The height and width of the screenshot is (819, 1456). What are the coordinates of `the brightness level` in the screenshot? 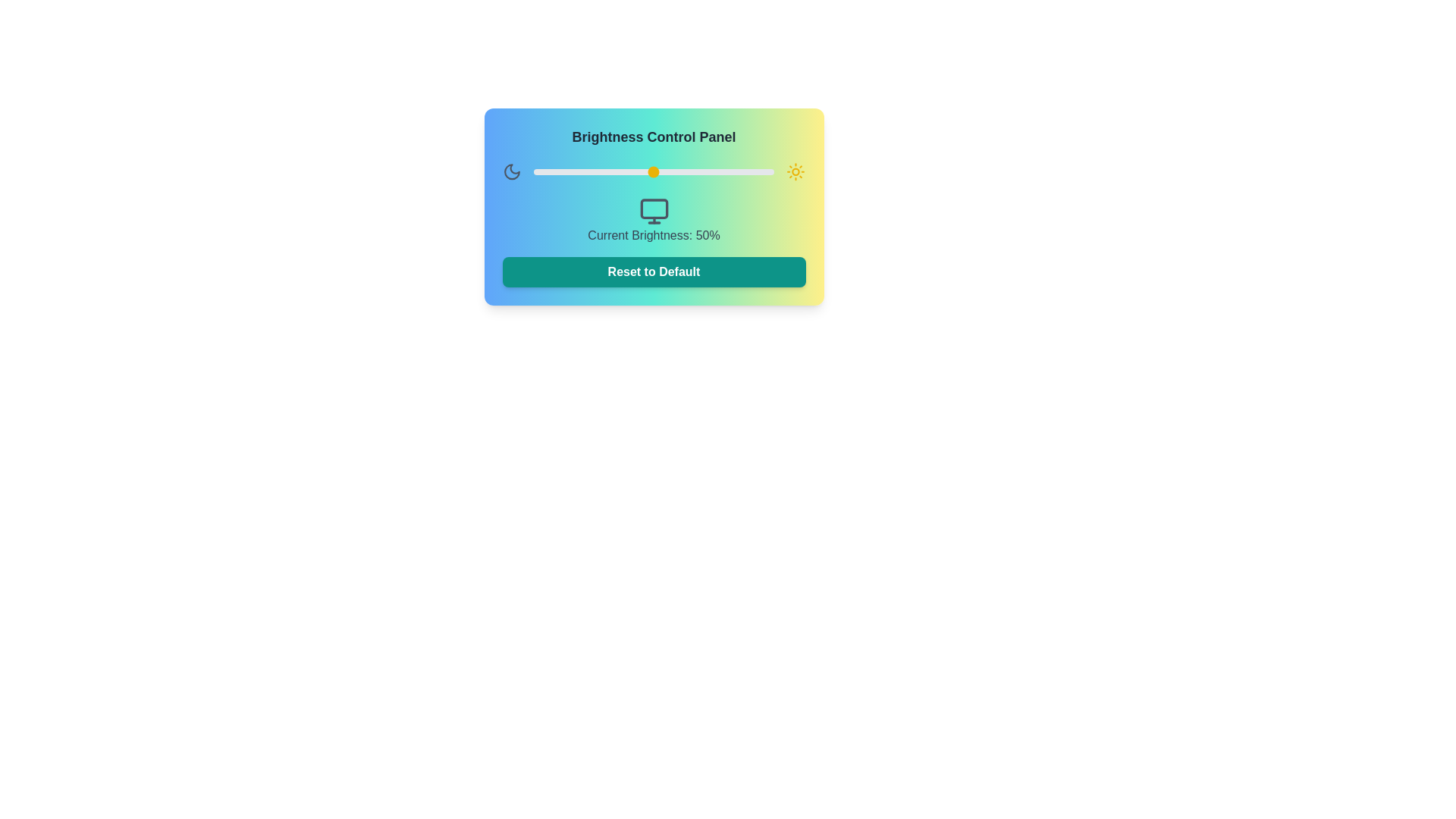 It's located at (752, 171).